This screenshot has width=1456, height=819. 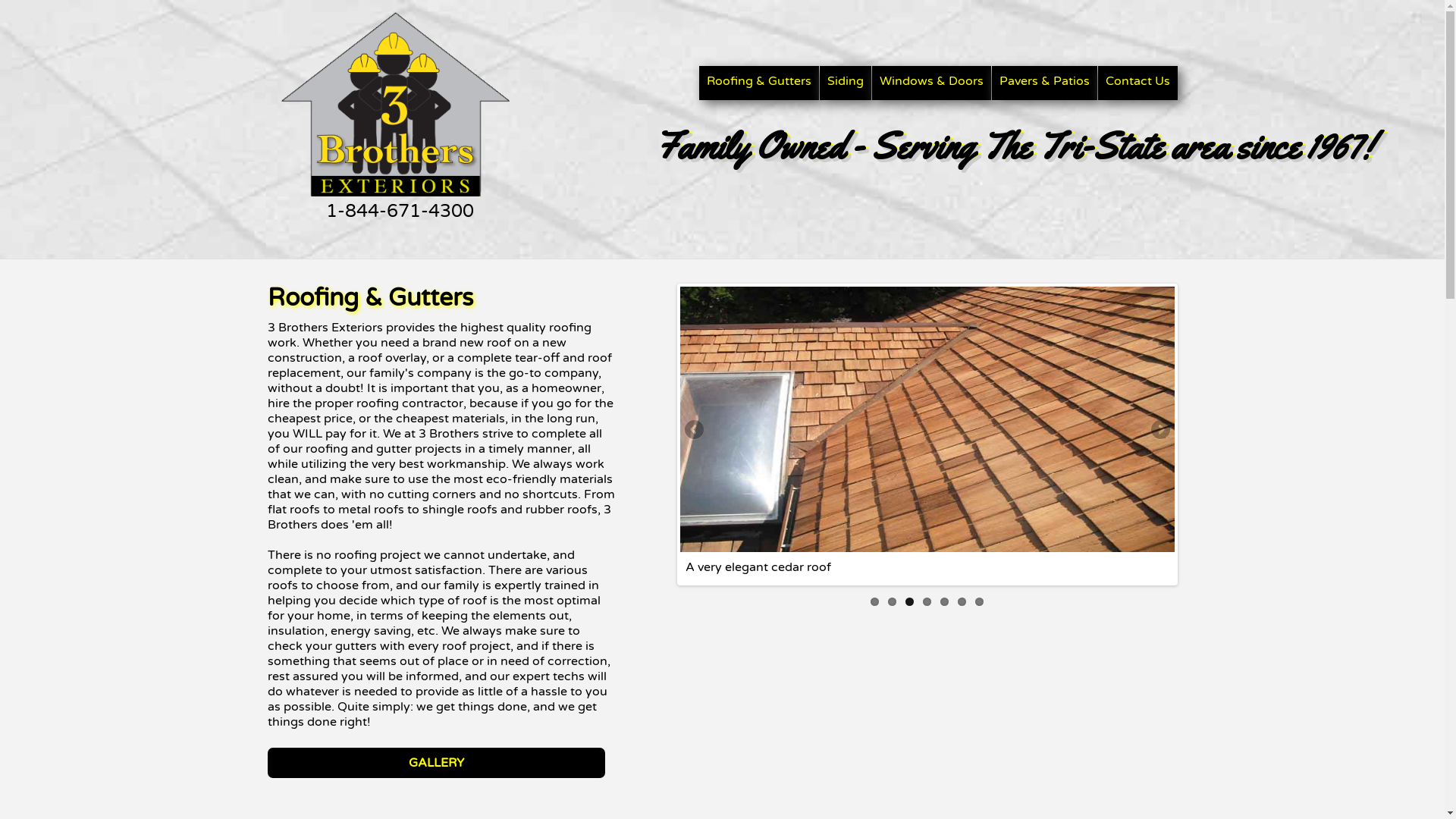 I want to click on 'Contact Us', so click(x=1137, y=83).